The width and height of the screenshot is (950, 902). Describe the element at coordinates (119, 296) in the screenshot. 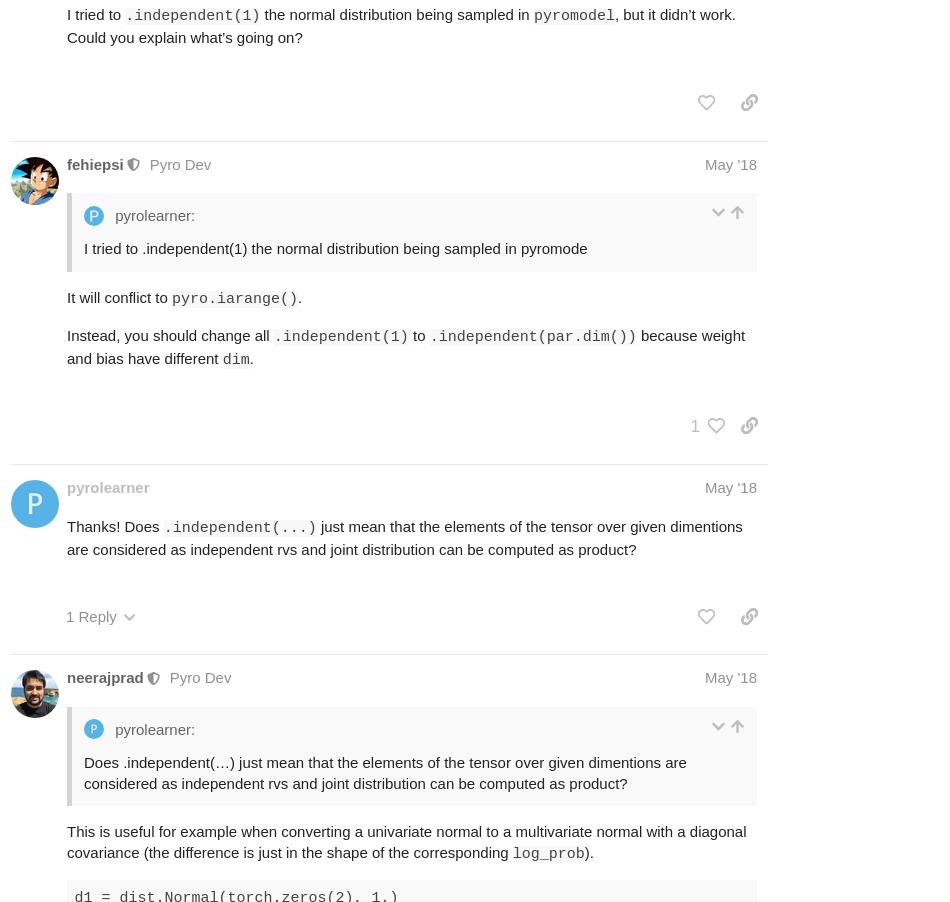

I see `'It will conflict to'` at that location.